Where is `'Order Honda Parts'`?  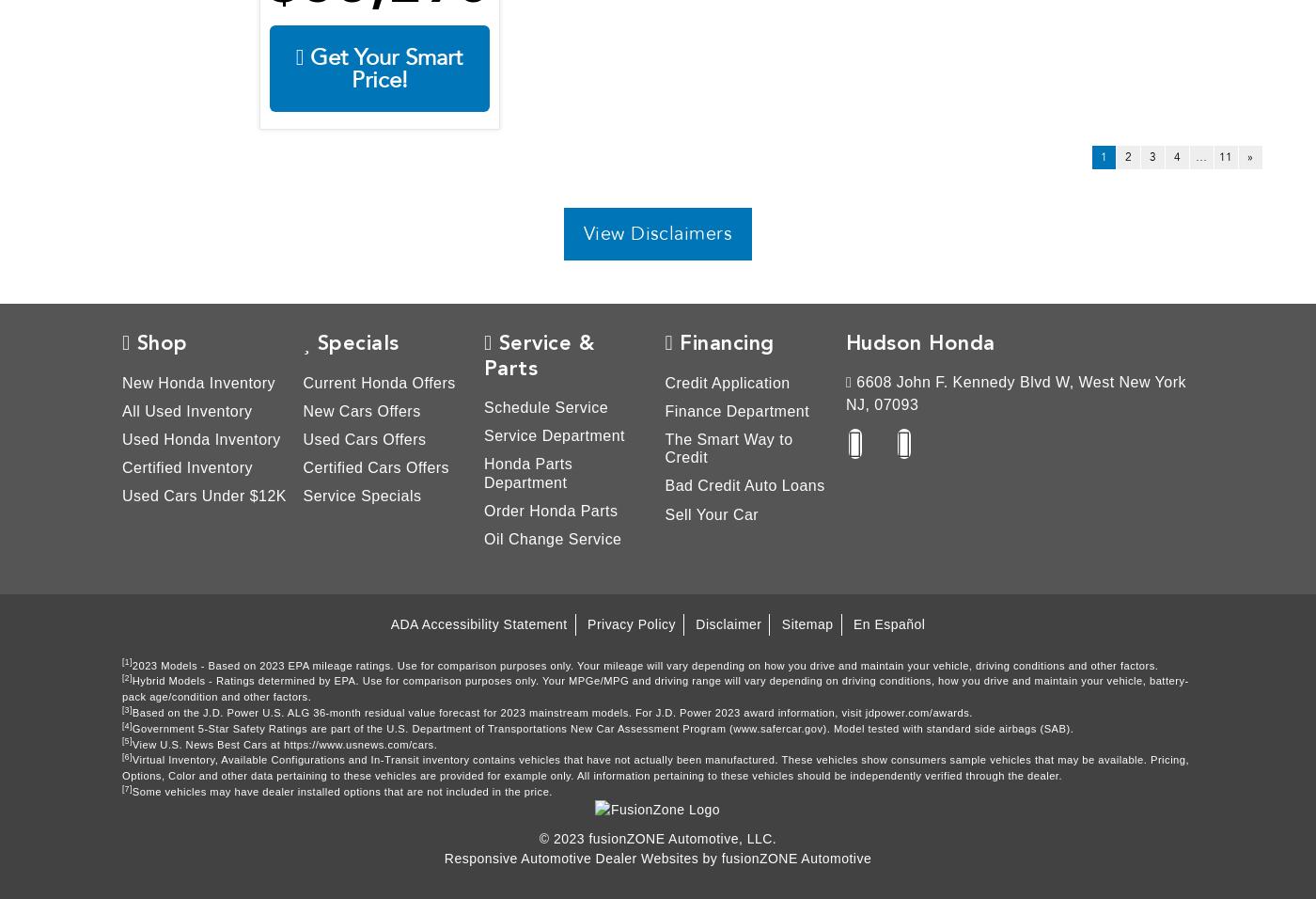 'Order Honda Parts' is located at coordinates (484, 509).